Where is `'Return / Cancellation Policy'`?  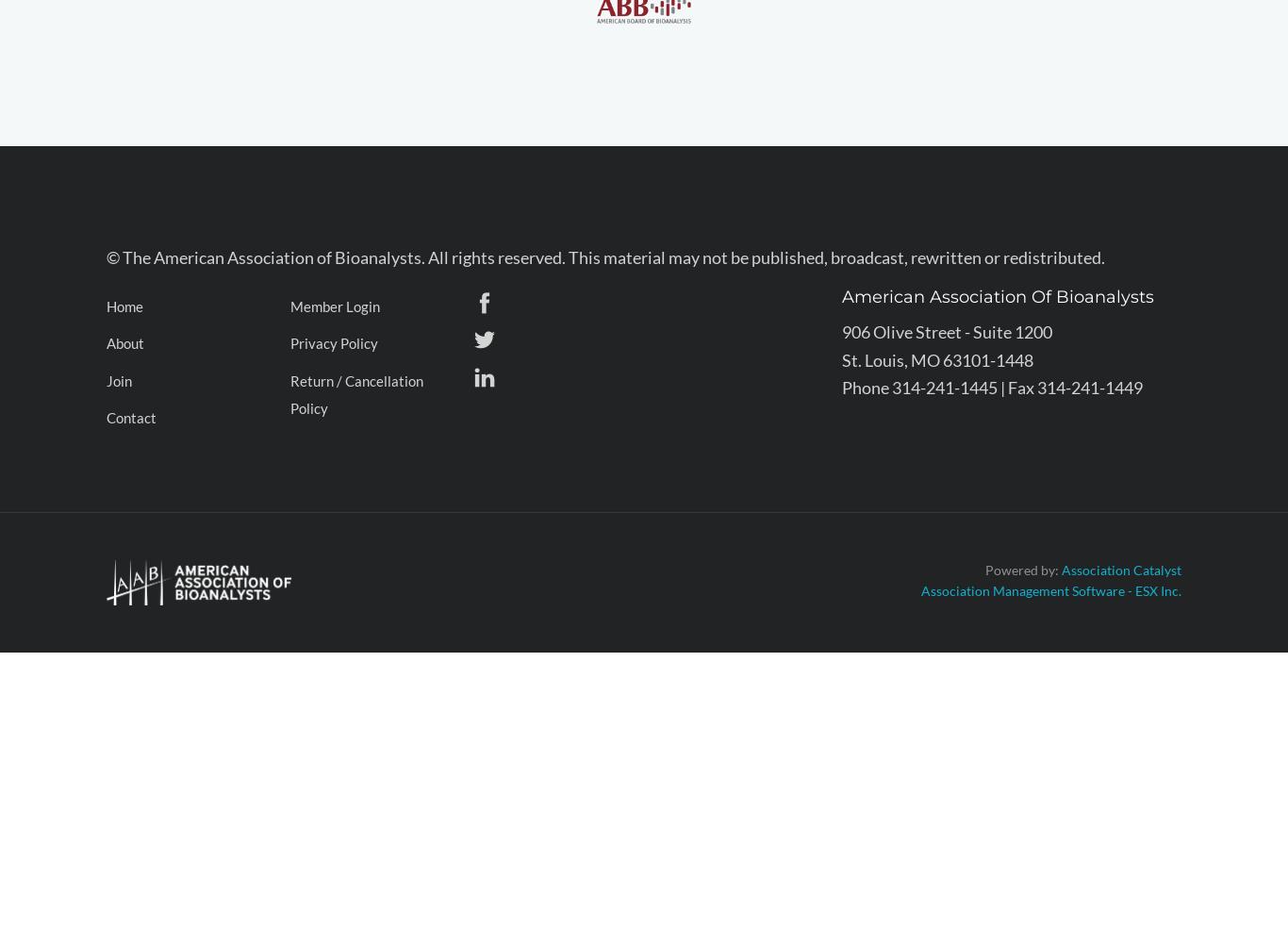 'Return / Cancellation Policy' is located at coordinates (355, 394).